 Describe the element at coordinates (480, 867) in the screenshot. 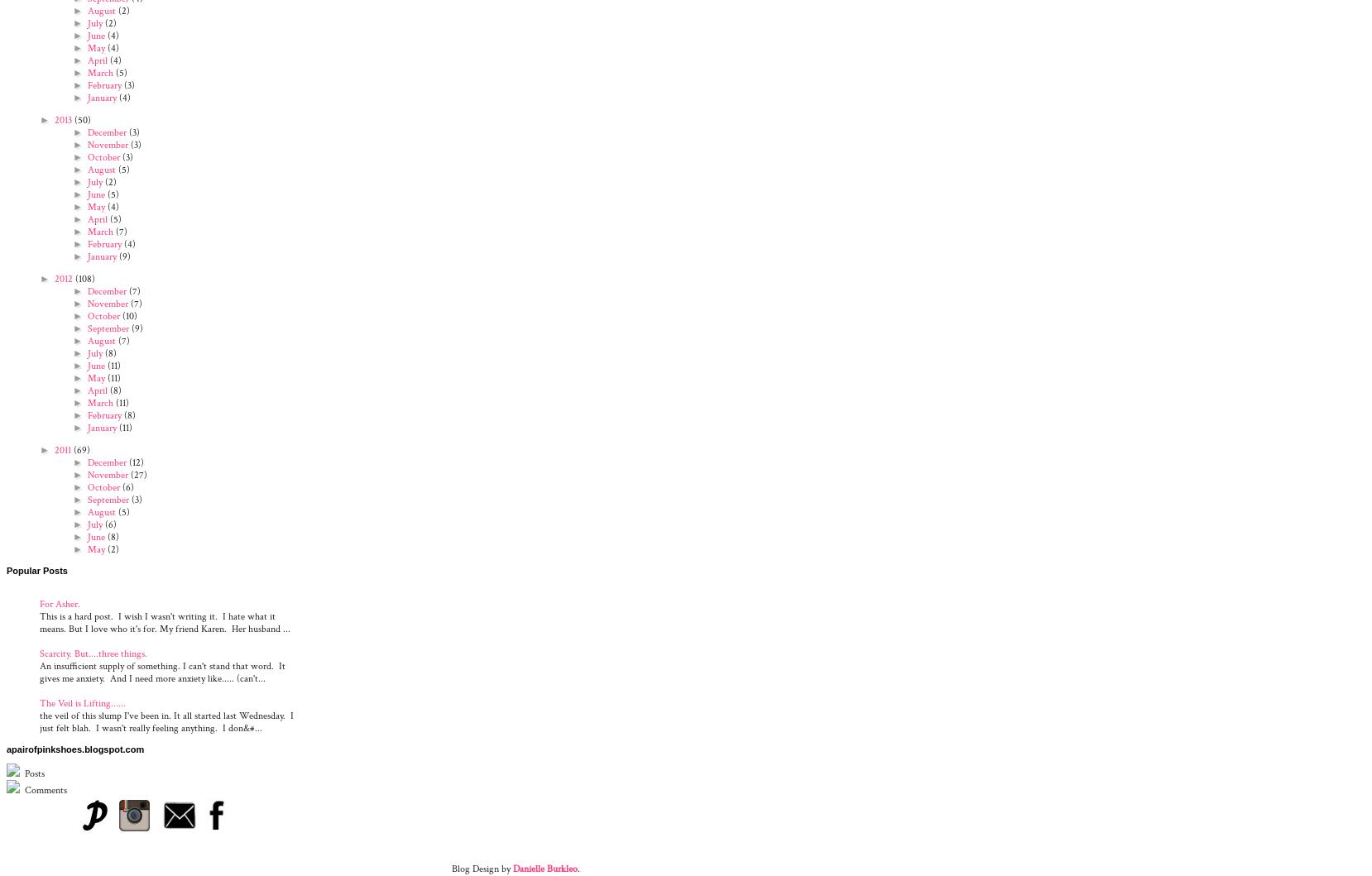

I see `'Blog Design by'` at that location.